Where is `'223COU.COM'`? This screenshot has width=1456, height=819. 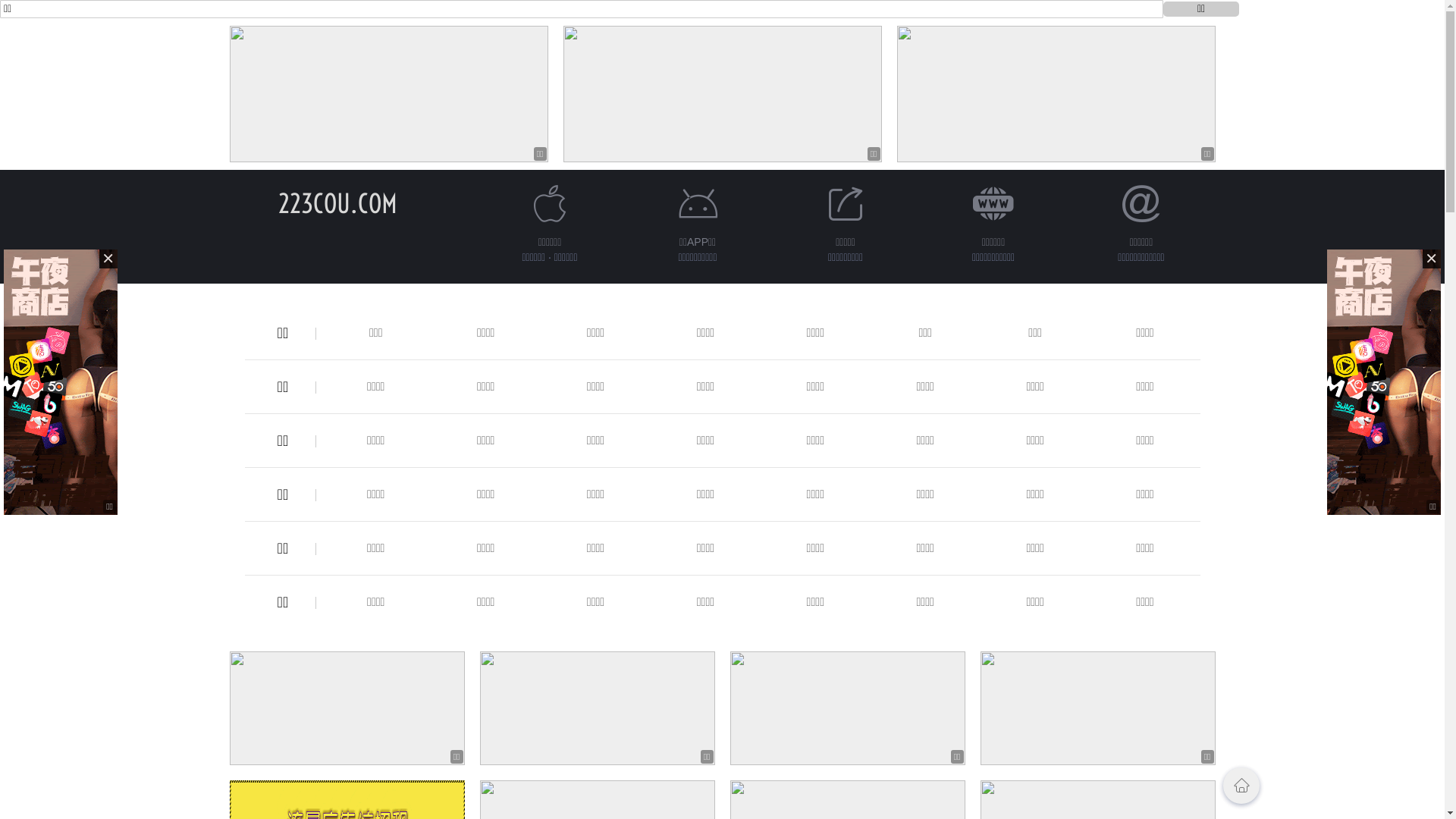 '223COU.COM' is located at coordinates (337, 202).